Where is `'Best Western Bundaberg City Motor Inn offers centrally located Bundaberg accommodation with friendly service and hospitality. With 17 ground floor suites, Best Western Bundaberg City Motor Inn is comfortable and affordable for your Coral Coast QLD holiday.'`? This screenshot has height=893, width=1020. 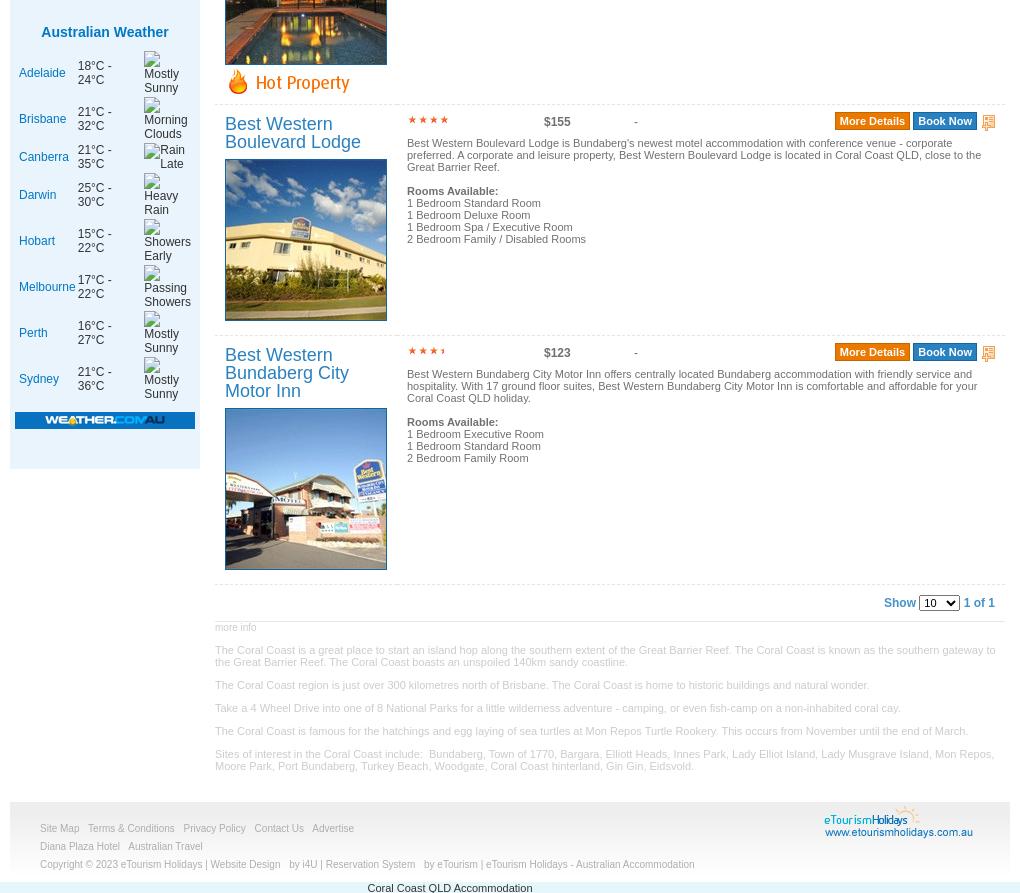 'Best Western Bundaberg City Motor Inn offers centrally located Bundaberg accommodation with friendly service and hospitality. With 17 ground floor suites, Best Western Bundaberg City Motor Inn is comfortable and affordable for your Coral Coast QLD holiday.' is located at coordinates (690, 386).